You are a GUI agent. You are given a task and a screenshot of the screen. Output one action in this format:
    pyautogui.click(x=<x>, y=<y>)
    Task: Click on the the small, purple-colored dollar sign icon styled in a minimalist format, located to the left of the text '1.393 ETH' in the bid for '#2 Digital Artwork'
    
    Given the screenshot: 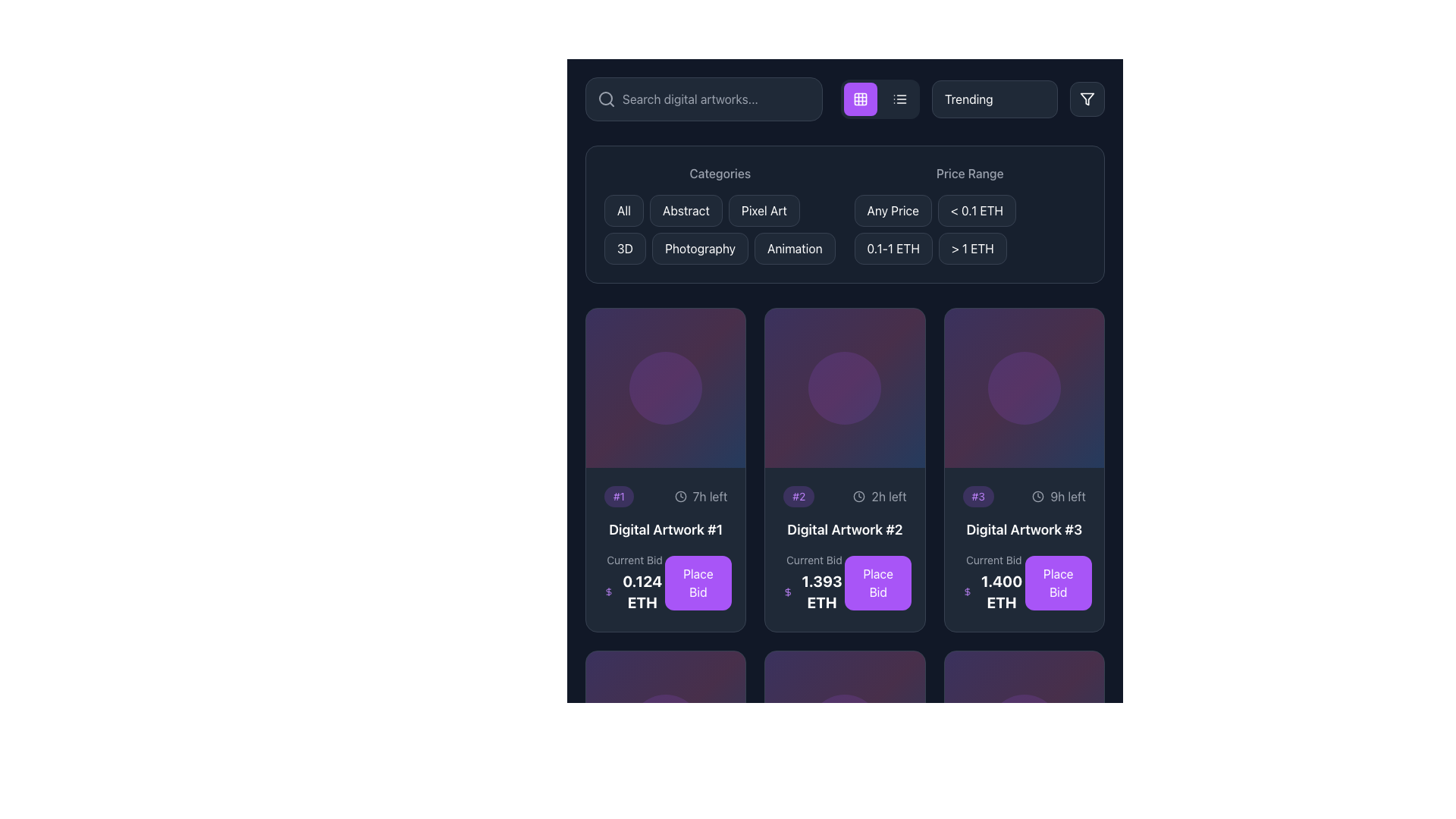 What is the action you would take?
    pyautogui.click(x=788, y=591)
    